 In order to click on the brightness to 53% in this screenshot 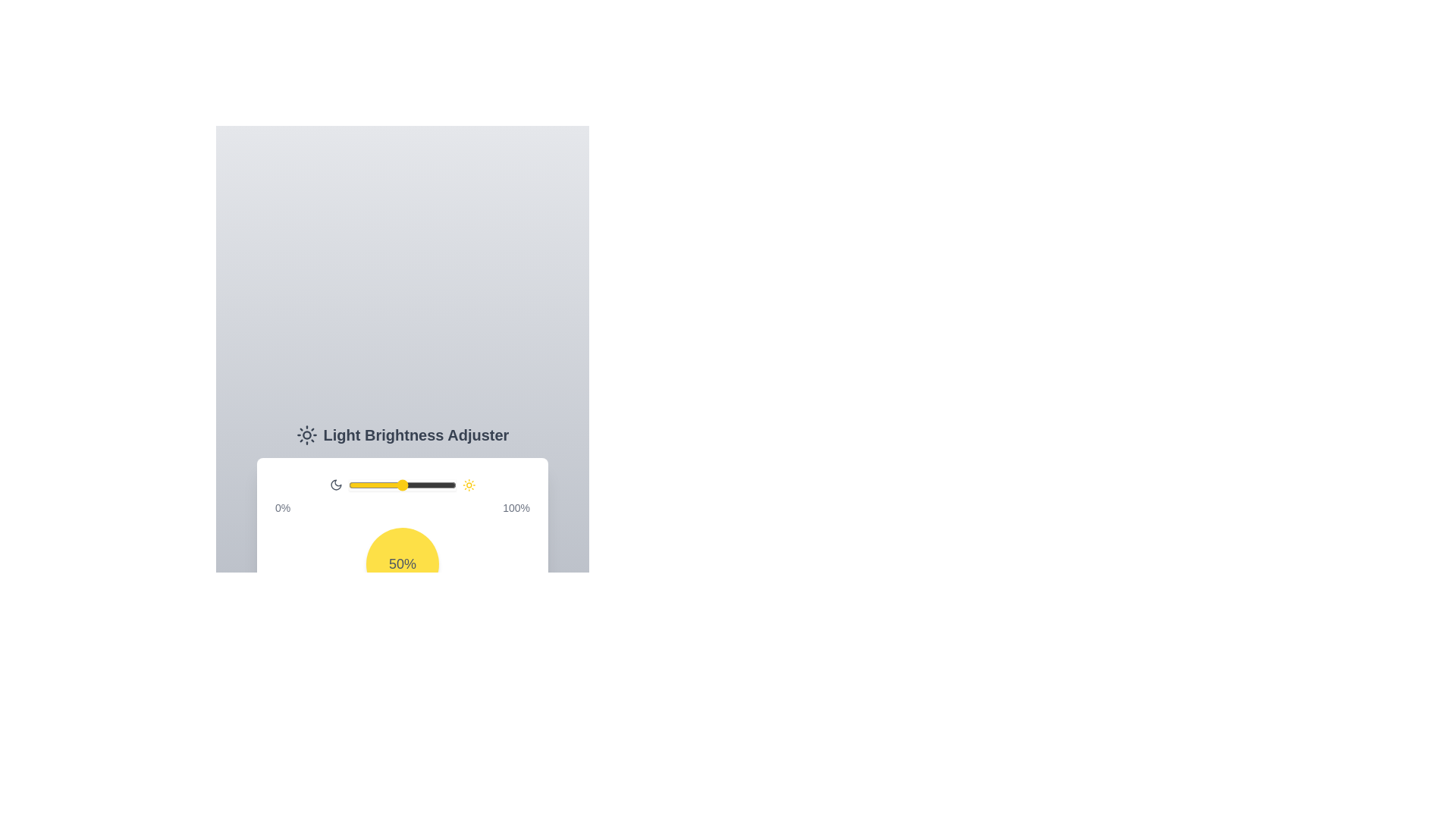, I will do `click(406, 485)`.